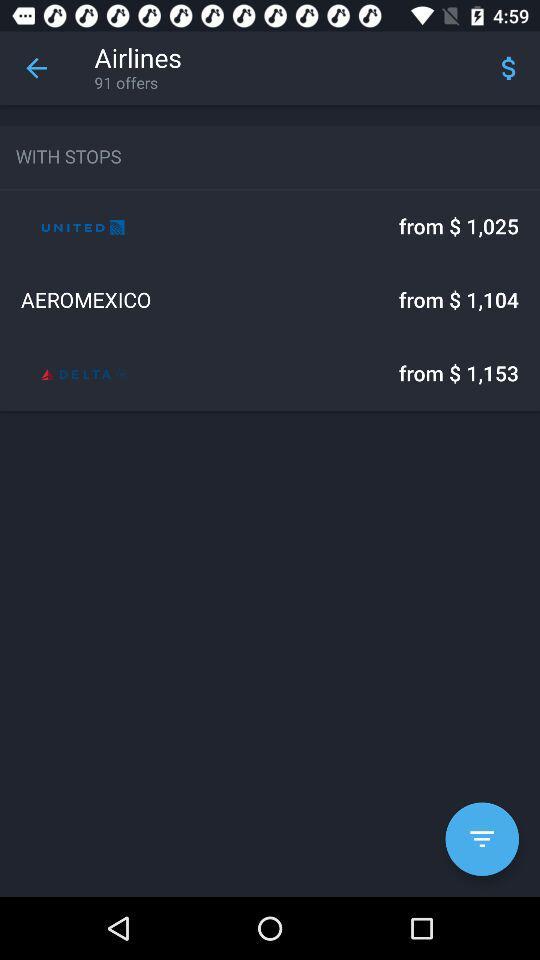 The height and width of the screenshot is (960, 540). Describe the element at coordinates (36, 68) in the screenshot. I see `item to the left of airlines` at that location.